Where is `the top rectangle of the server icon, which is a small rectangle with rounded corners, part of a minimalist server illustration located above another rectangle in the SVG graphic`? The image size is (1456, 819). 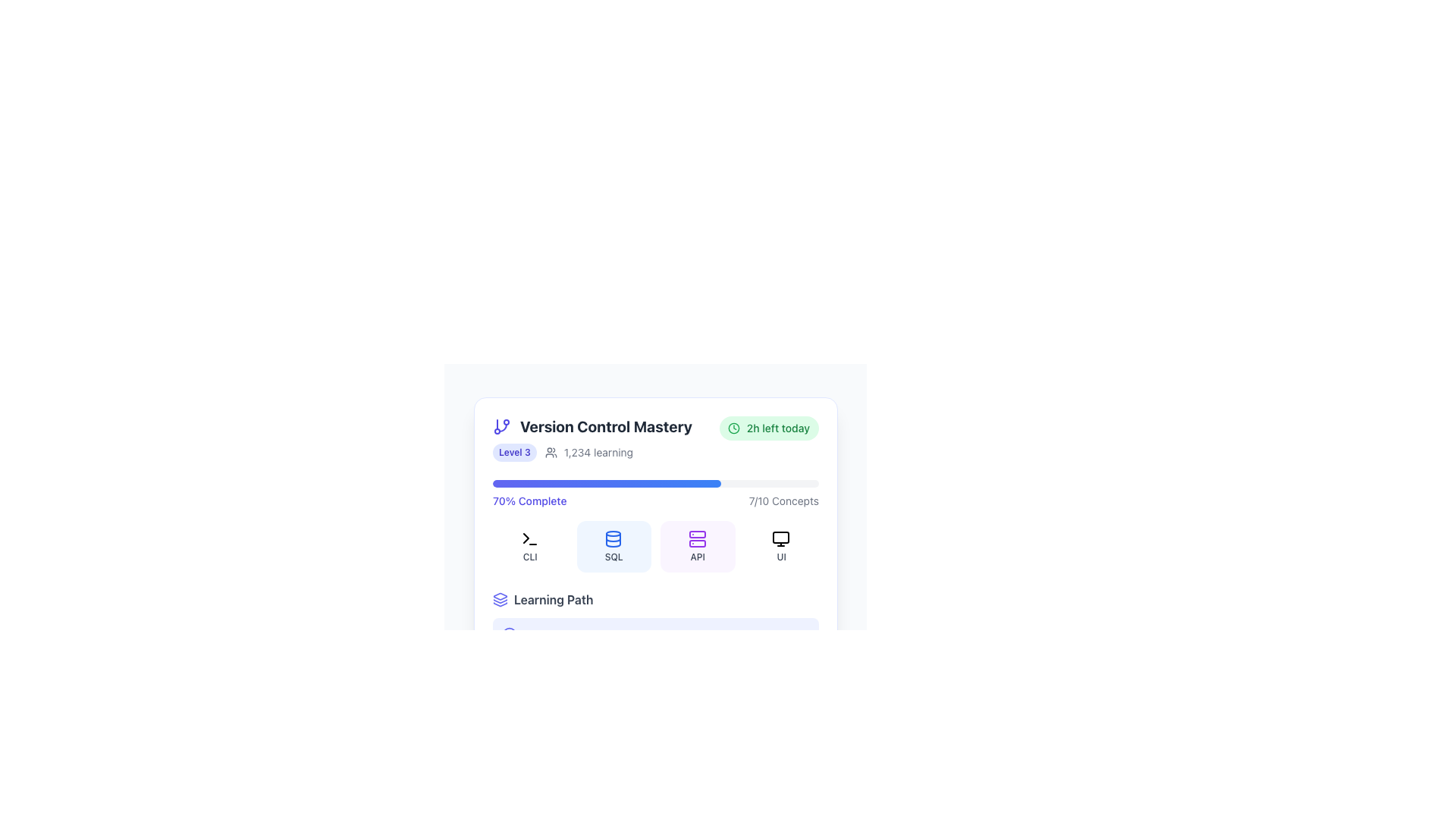
the top rectangle of the server icon, which is a small rectangle with rounded corners, part of a minimalist server illustration located above another rectangle in the SVG graphic is located at coordinates (696, 534).